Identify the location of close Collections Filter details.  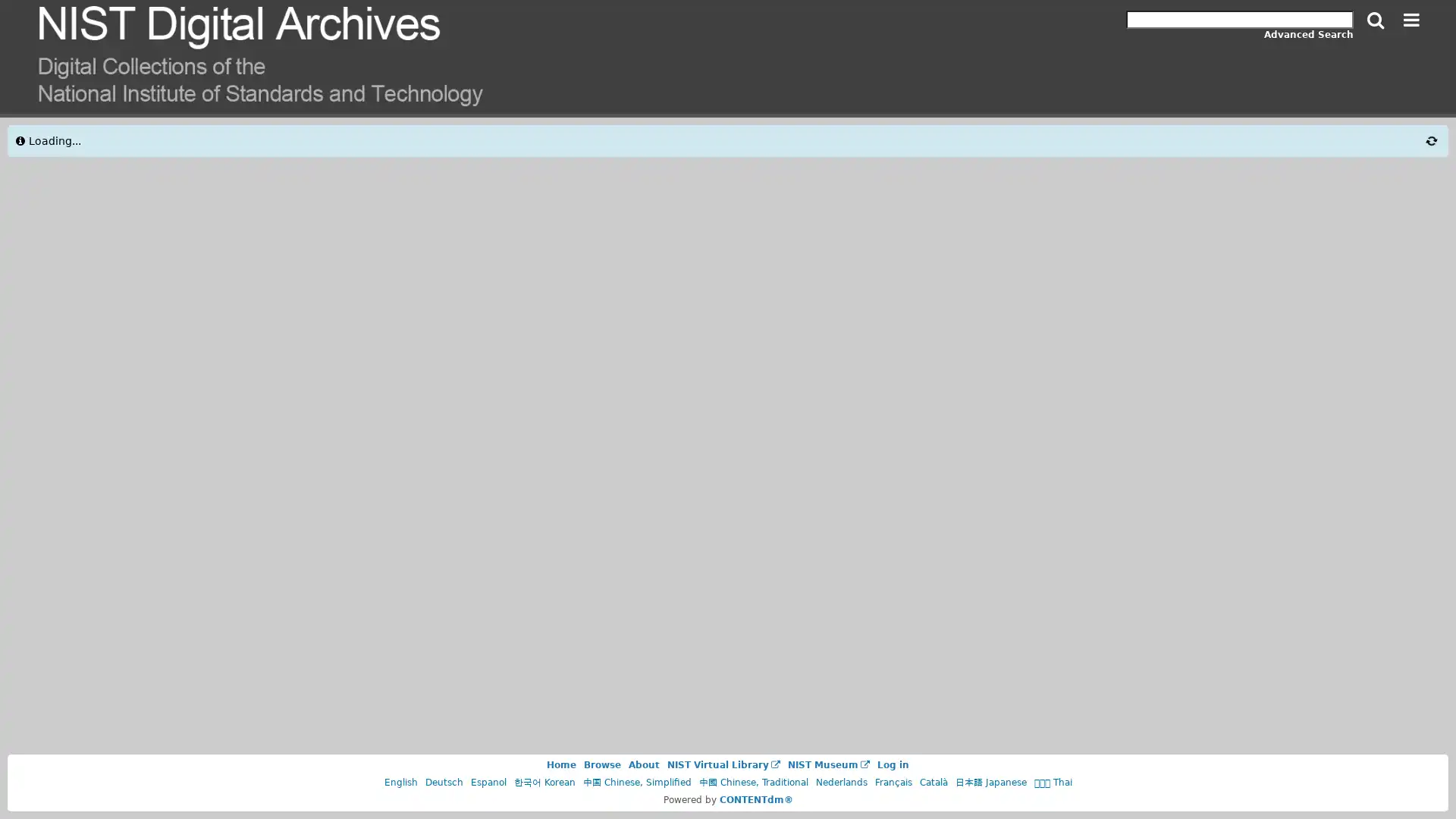
(58, 141).